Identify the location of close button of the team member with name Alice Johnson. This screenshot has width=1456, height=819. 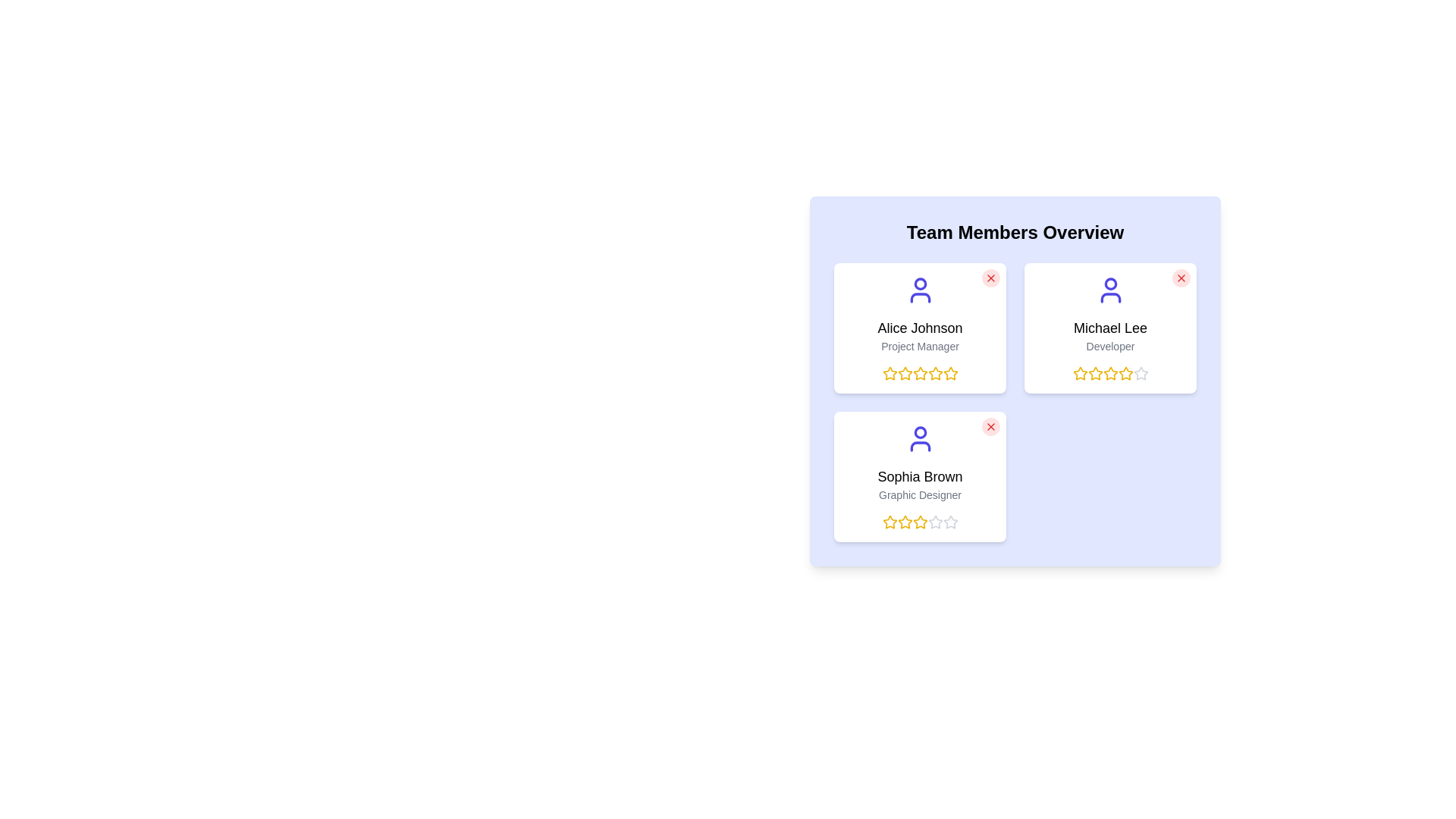
(990, 278).